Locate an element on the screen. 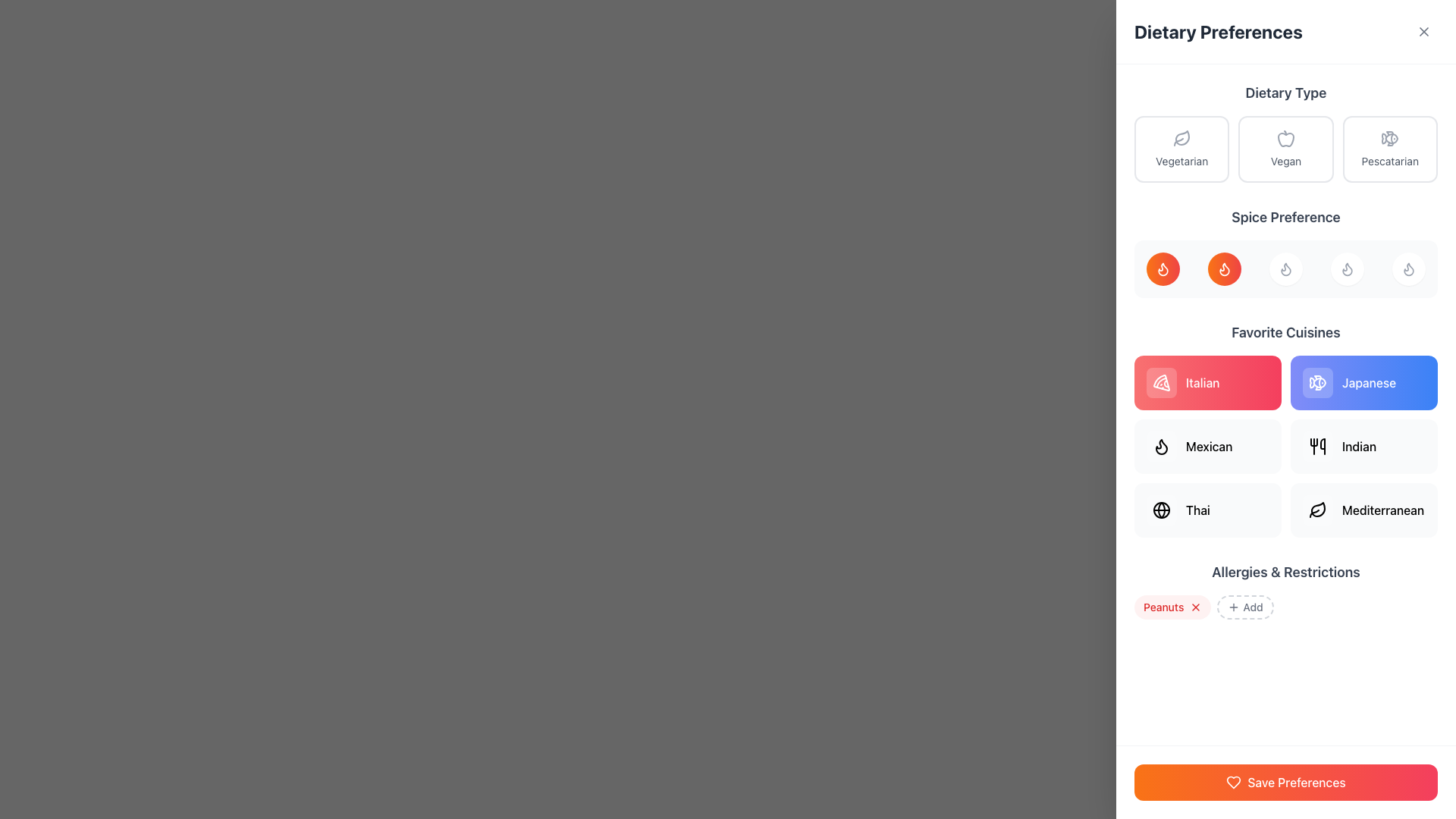  the 'Indian' cuisine icon located in the 'Favorite Cuisines' section, specifically in the top row, fourth column is located at coordinates (1316, 446).